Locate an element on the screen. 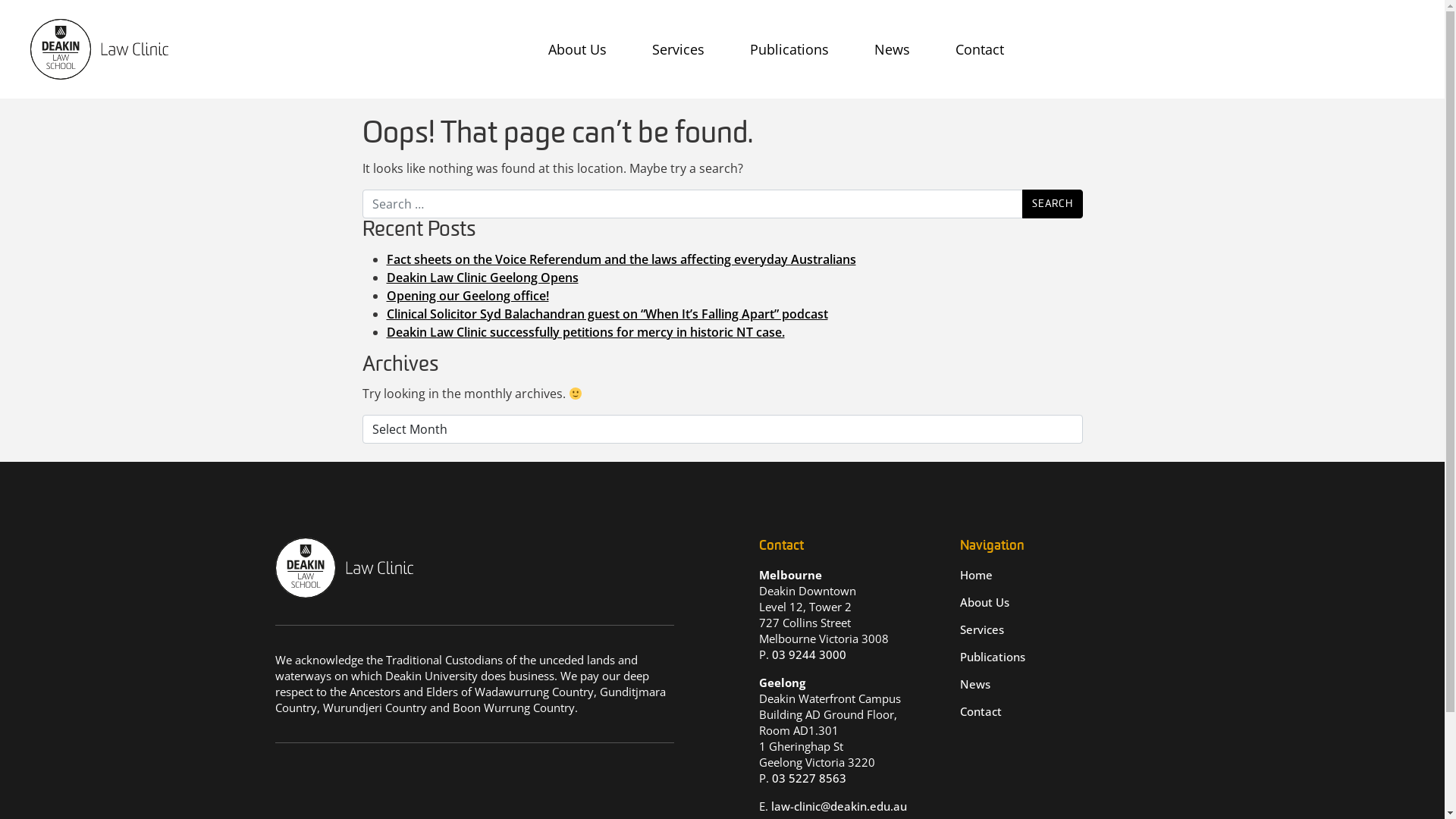 The image size is (1456, 819). 'Deakin Law Clinic Geelong Opens' is located at coordinates (482, 278).